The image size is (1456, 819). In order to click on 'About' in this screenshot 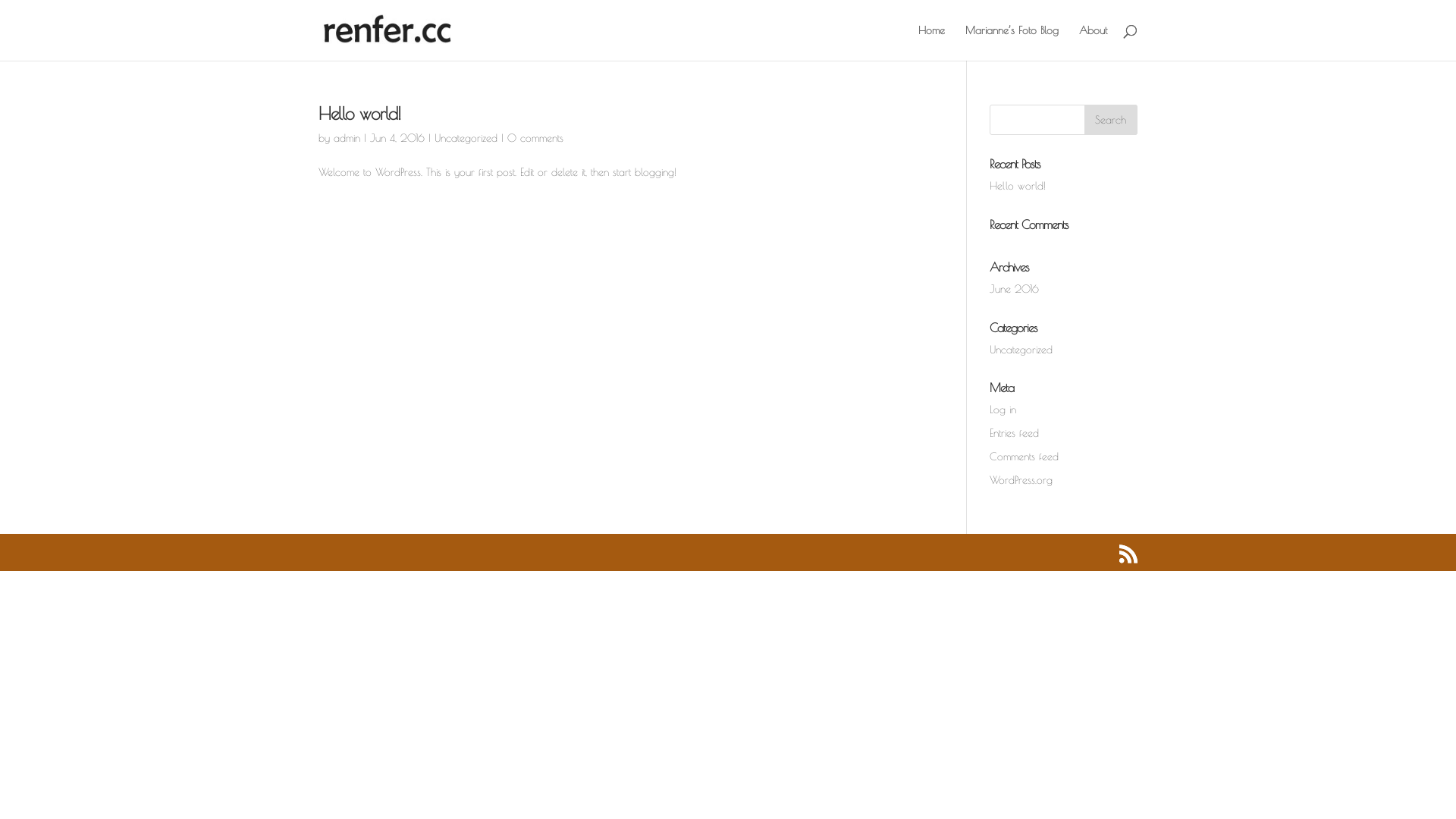, I will do `click(1093, 42)`.